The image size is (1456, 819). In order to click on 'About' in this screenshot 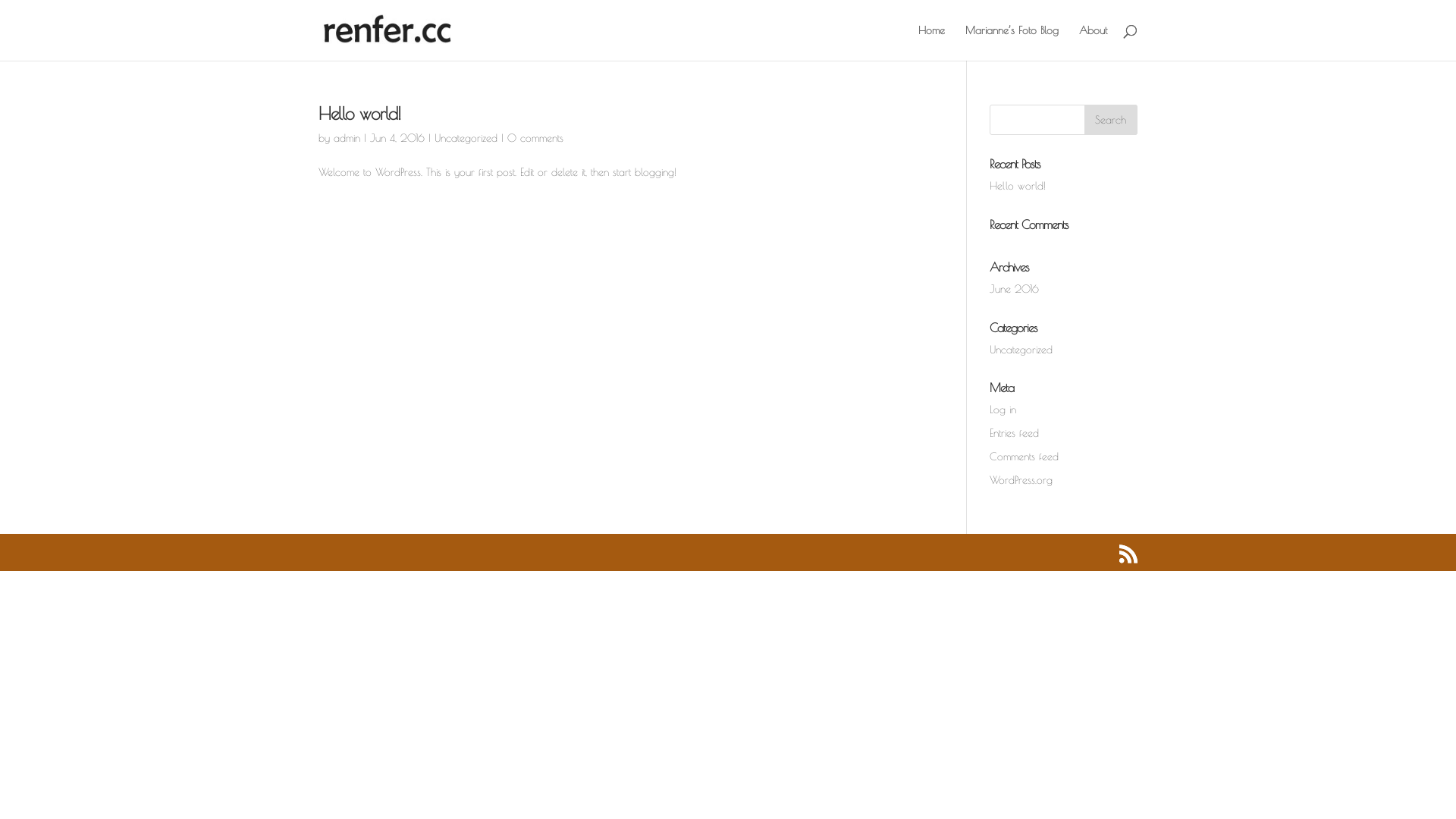, I will do `click(1093, 42)`.